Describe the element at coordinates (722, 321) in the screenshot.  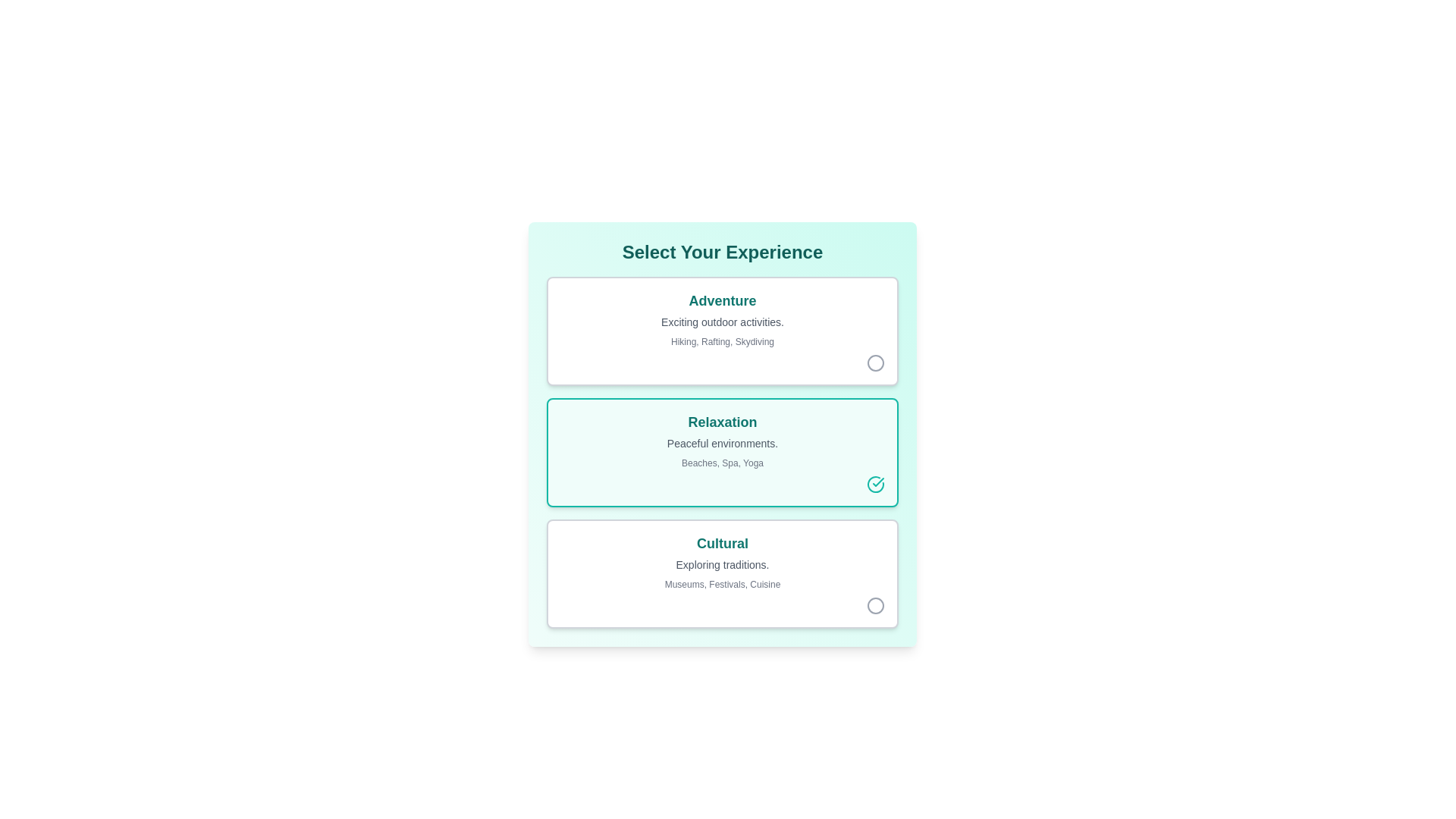
I see `the descriptive subtitle that provides additional information about the 'Adventure' option, positioned between the heading 'Adventure' and the descriptive text 'Hiking, Rafting, Skydiving'` at that location.